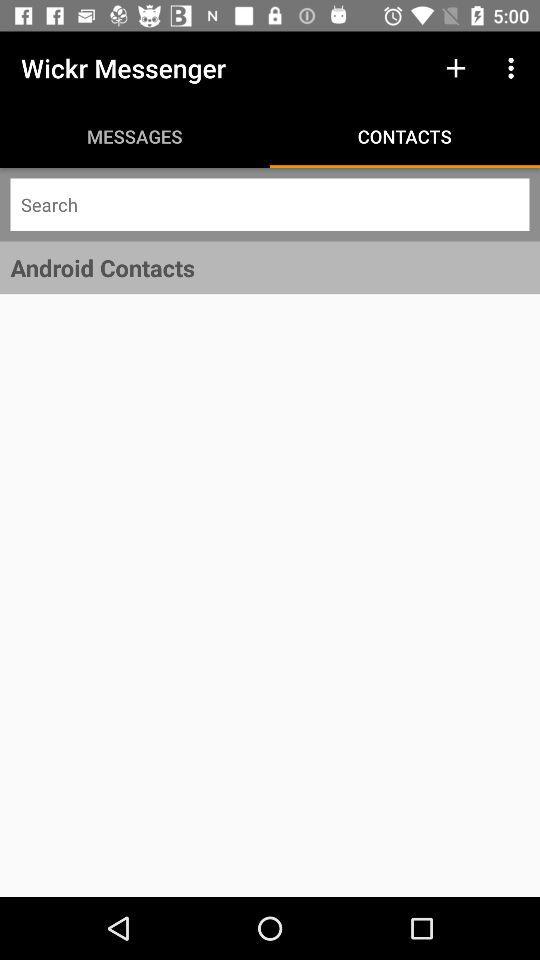 Image resolution: width=540 pixels, height=960 pixels. I want to click on the icon above contacts, so click(455, 68).